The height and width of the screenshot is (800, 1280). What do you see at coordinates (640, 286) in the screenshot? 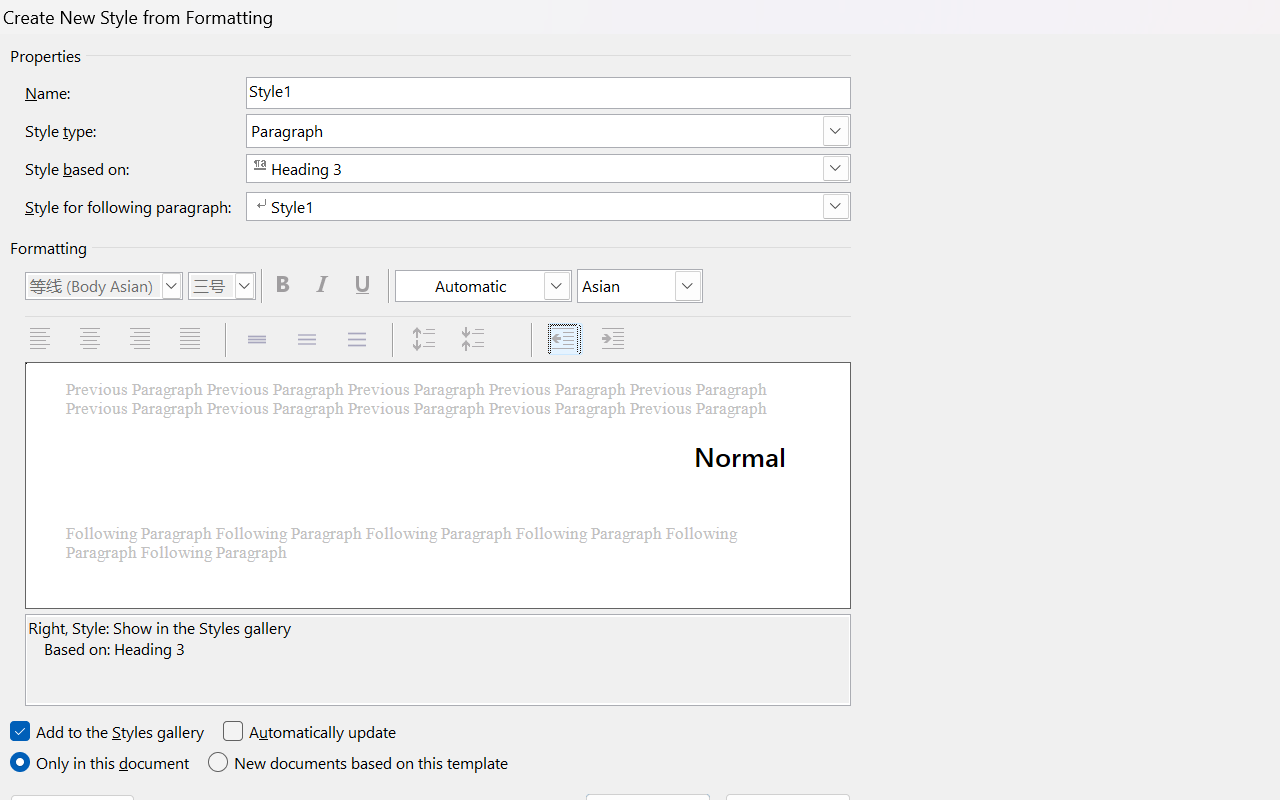
I see `'Formatting script'` at bounding box center [640, 286].